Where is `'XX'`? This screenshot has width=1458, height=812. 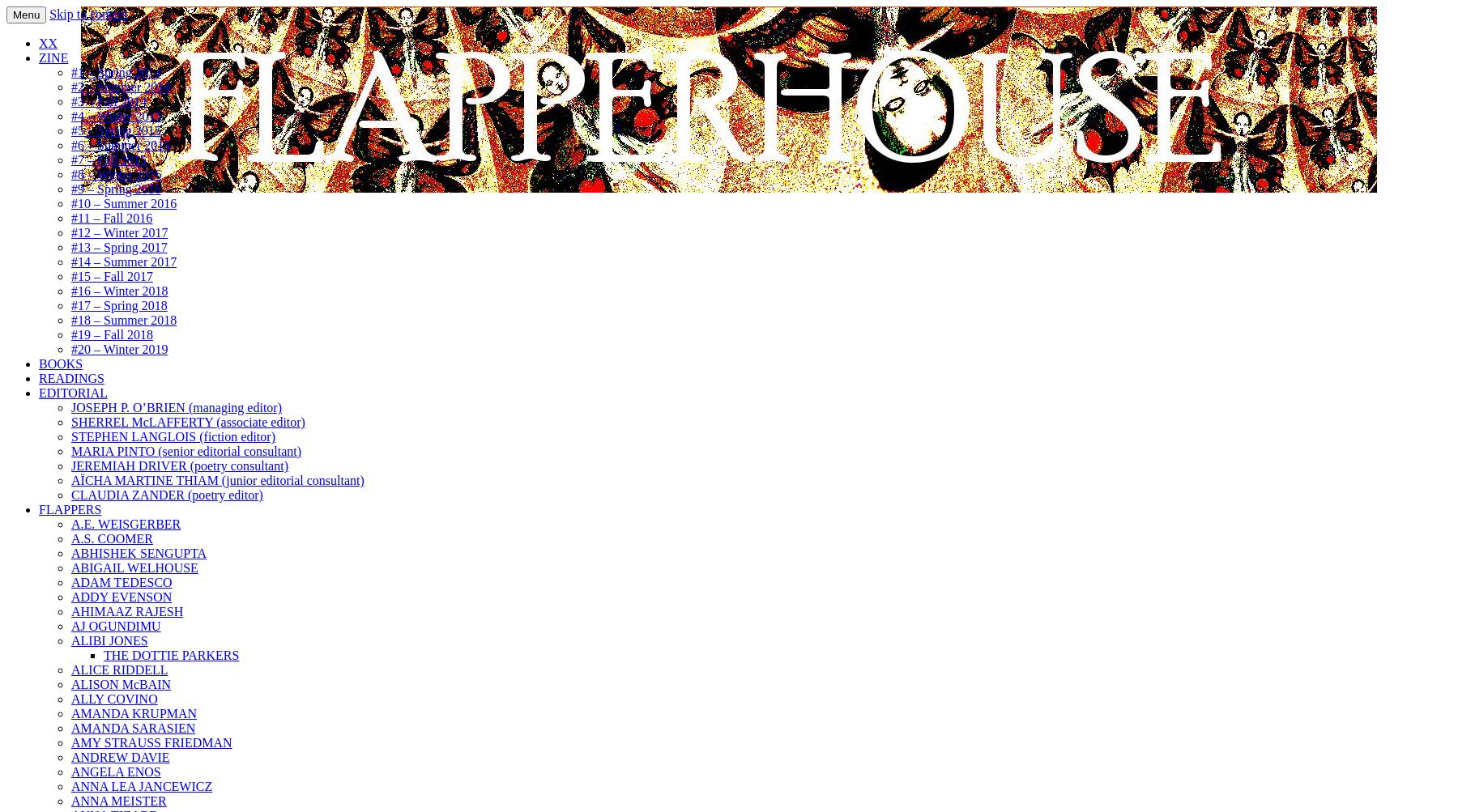
'XX' is located at coordinates (47, 43).